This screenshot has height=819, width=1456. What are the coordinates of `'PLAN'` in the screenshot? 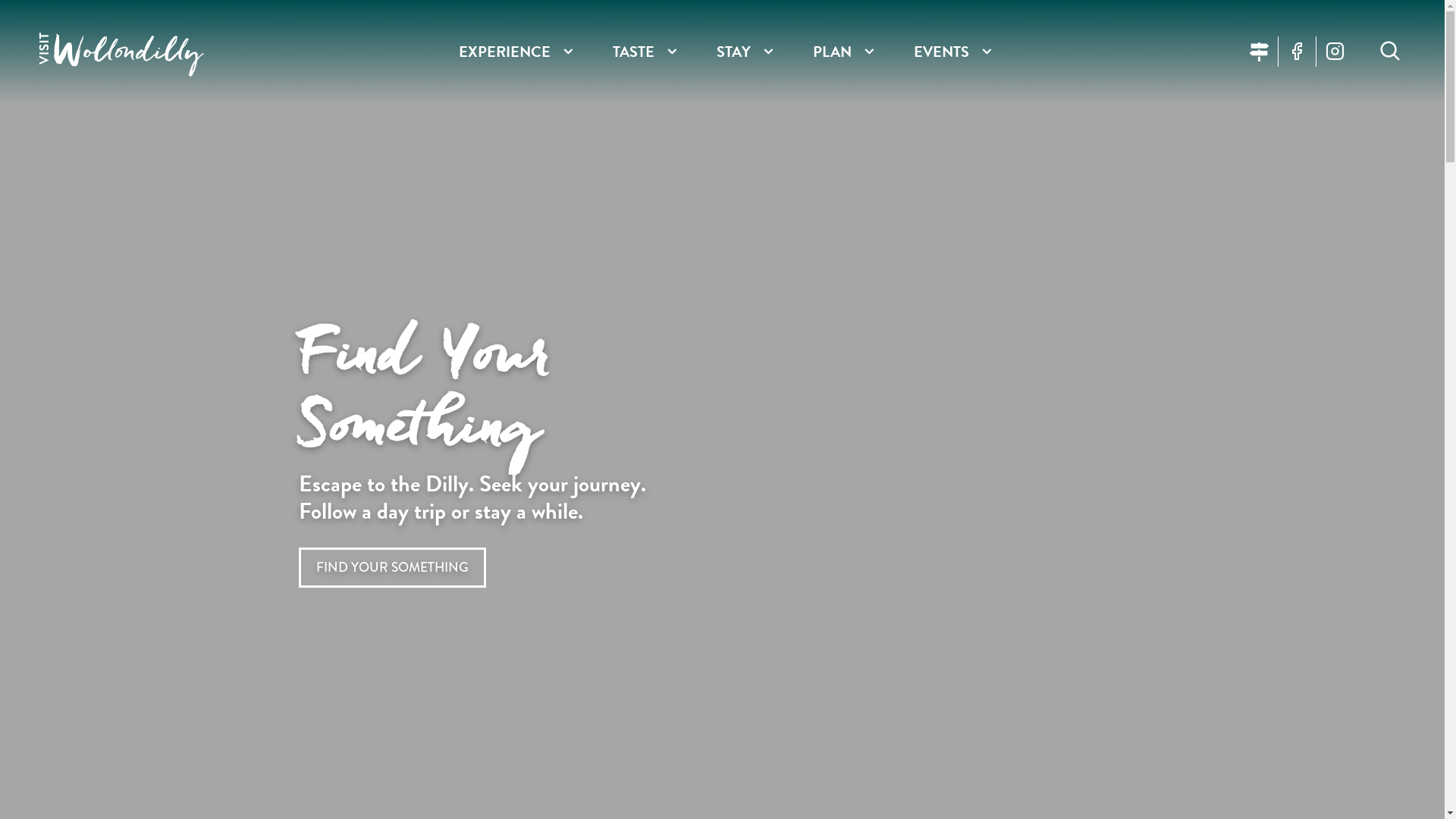 It's located at (831, 51).